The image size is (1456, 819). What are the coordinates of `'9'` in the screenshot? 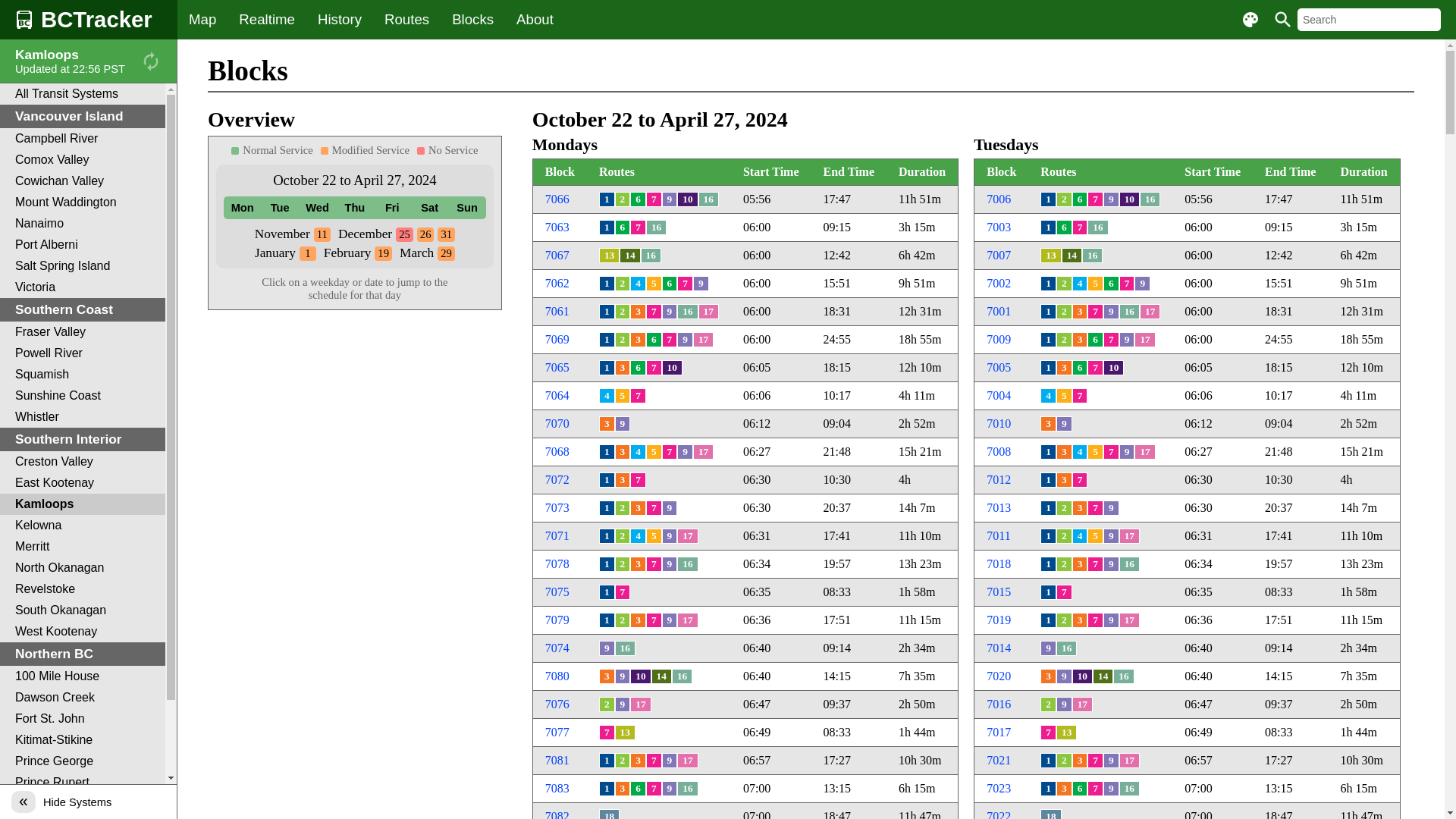 It's located at (1111, 311).